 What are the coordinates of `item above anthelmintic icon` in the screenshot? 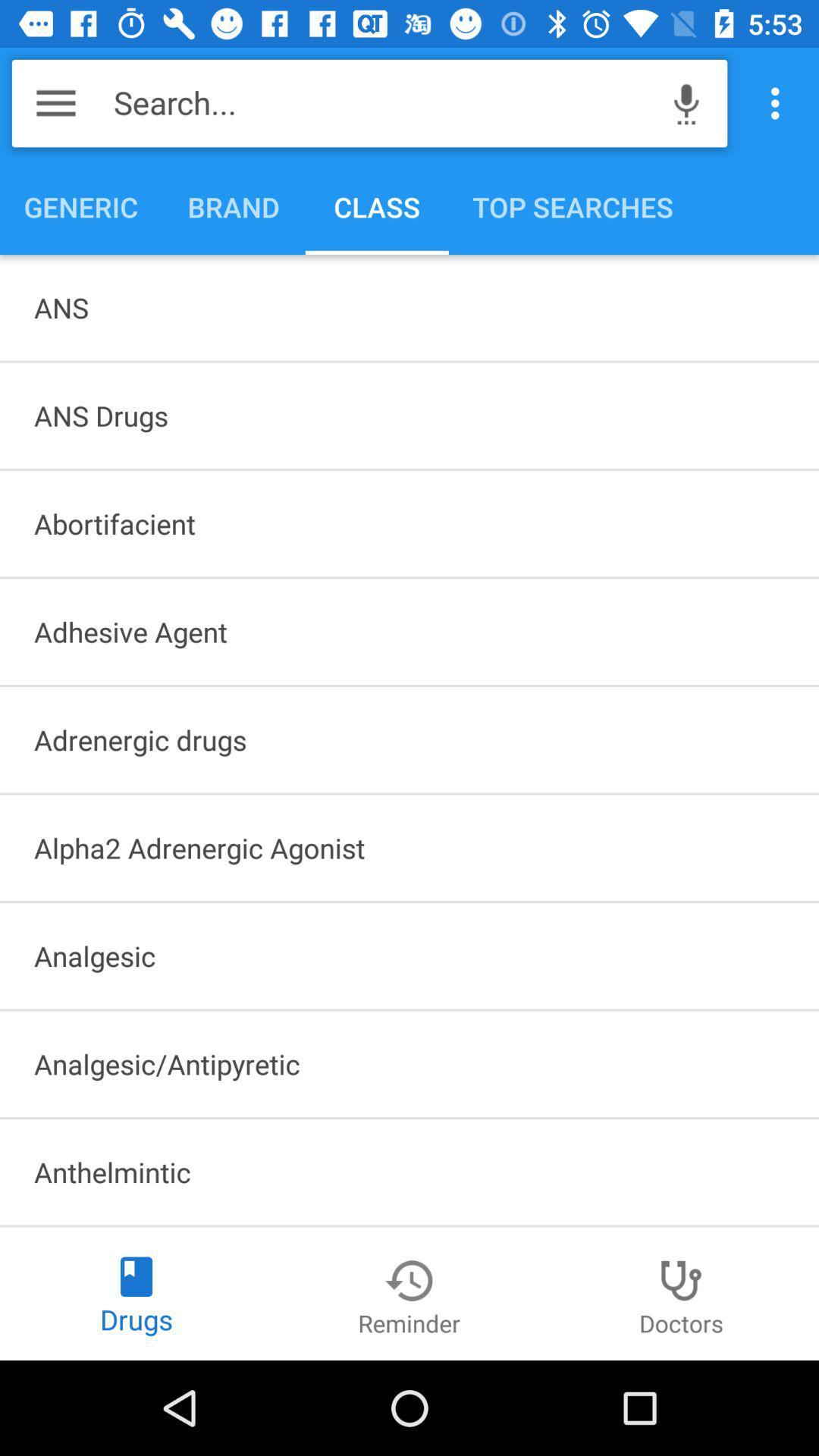 It's located at (409, 1063).